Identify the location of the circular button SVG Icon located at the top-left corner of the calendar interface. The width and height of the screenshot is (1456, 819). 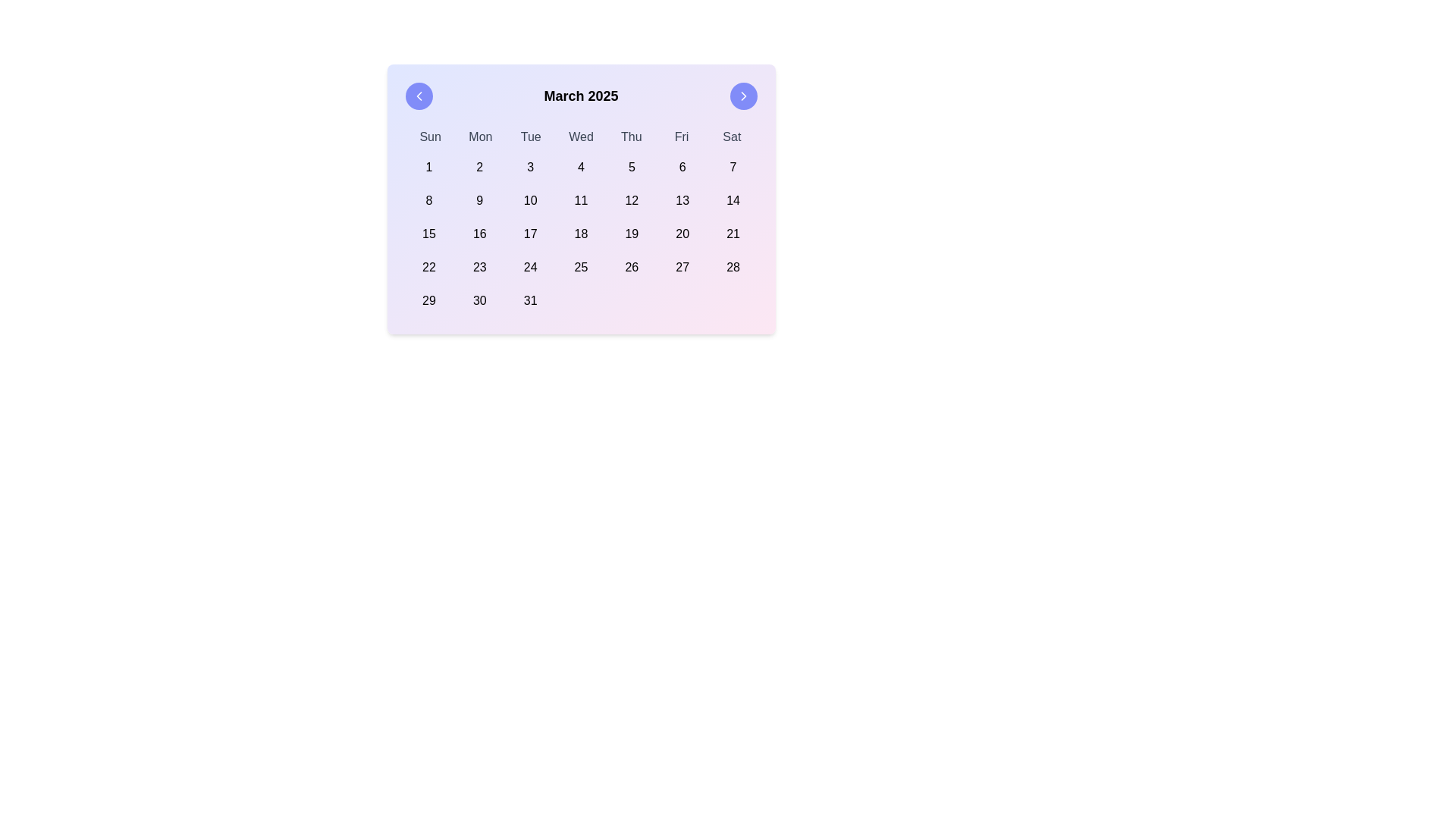
(419, 96).